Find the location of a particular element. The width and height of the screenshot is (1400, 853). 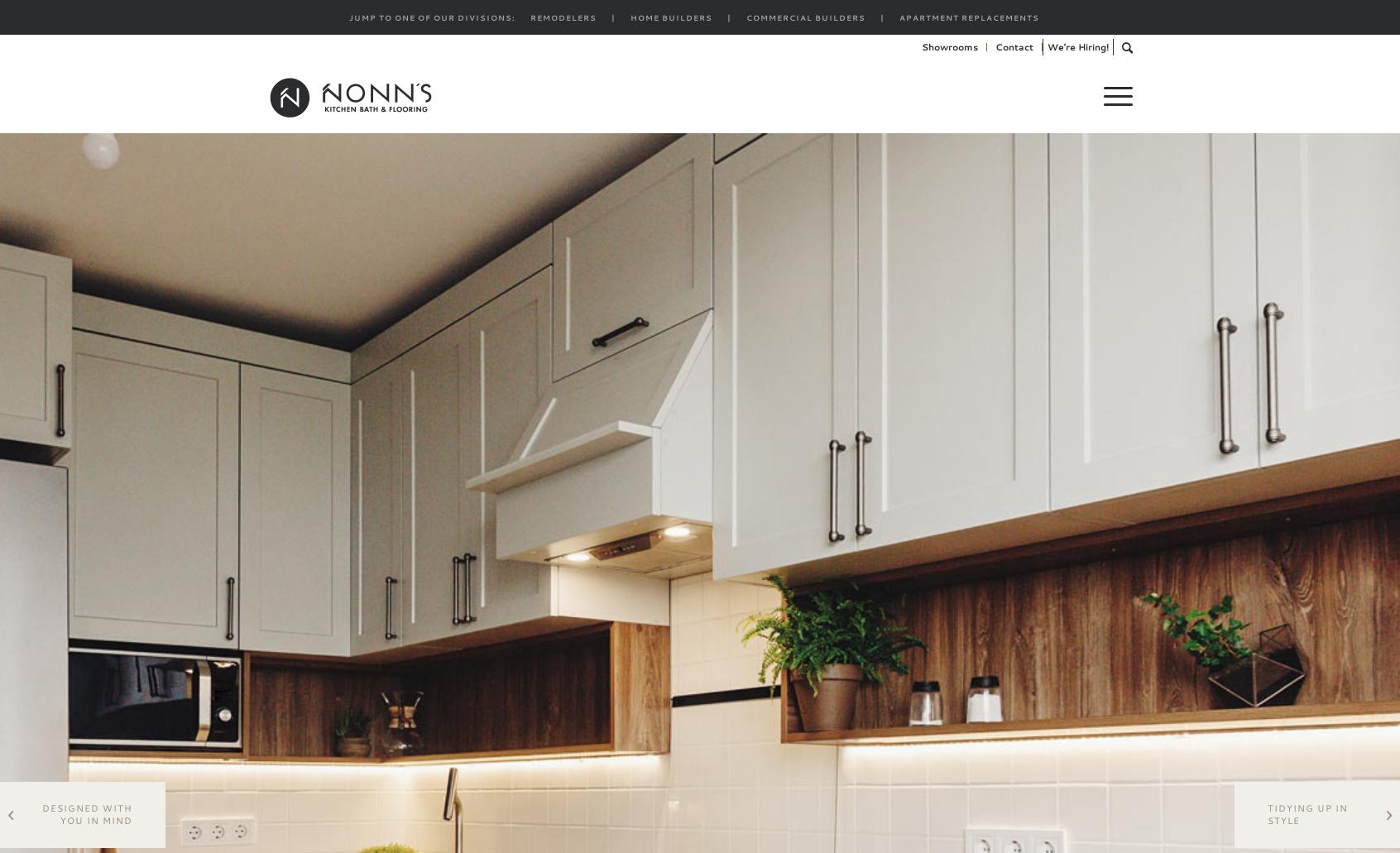

'Remodelers' is located at coordinates (563, 17).